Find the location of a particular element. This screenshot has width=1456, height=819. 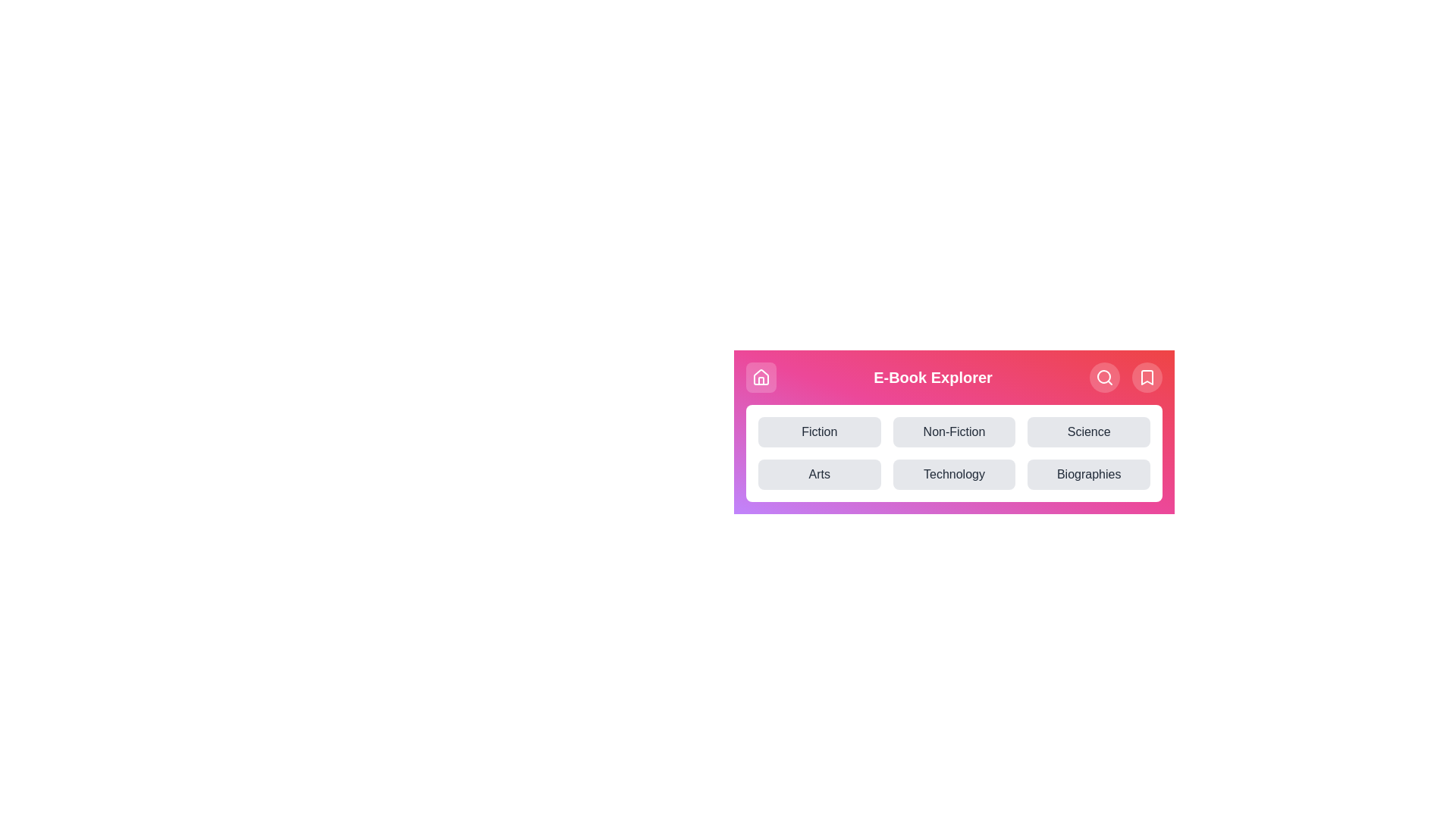

the home button to toggle the menu visibility is located at coordinates (761, 376).